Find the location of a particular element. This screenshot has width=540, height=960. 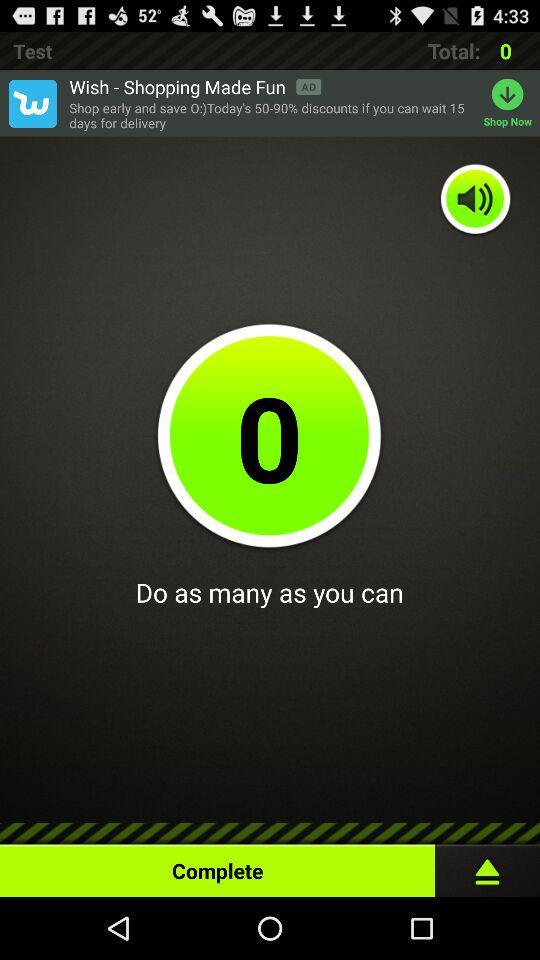

top is located at coordinates (486, 865).